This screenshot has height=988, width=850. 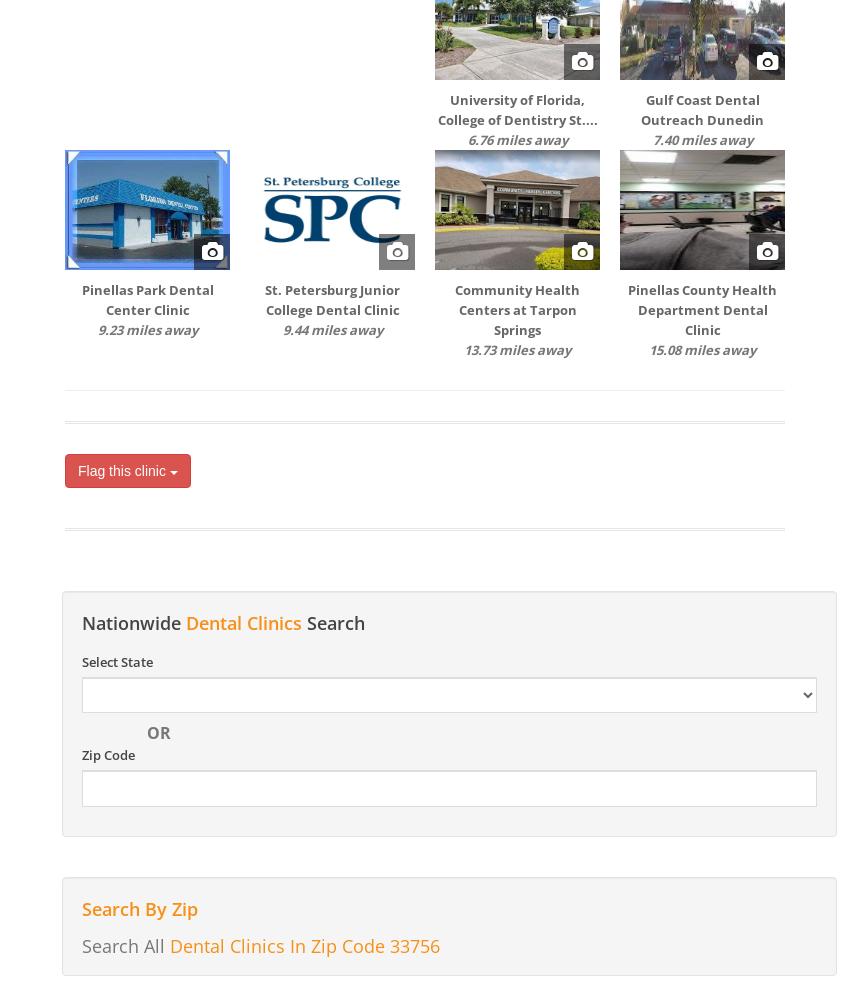 What do you see at coordinates (515, 138) in the screenshot?
I see `'6.76 miles away'` at bounding box center [515, 138].